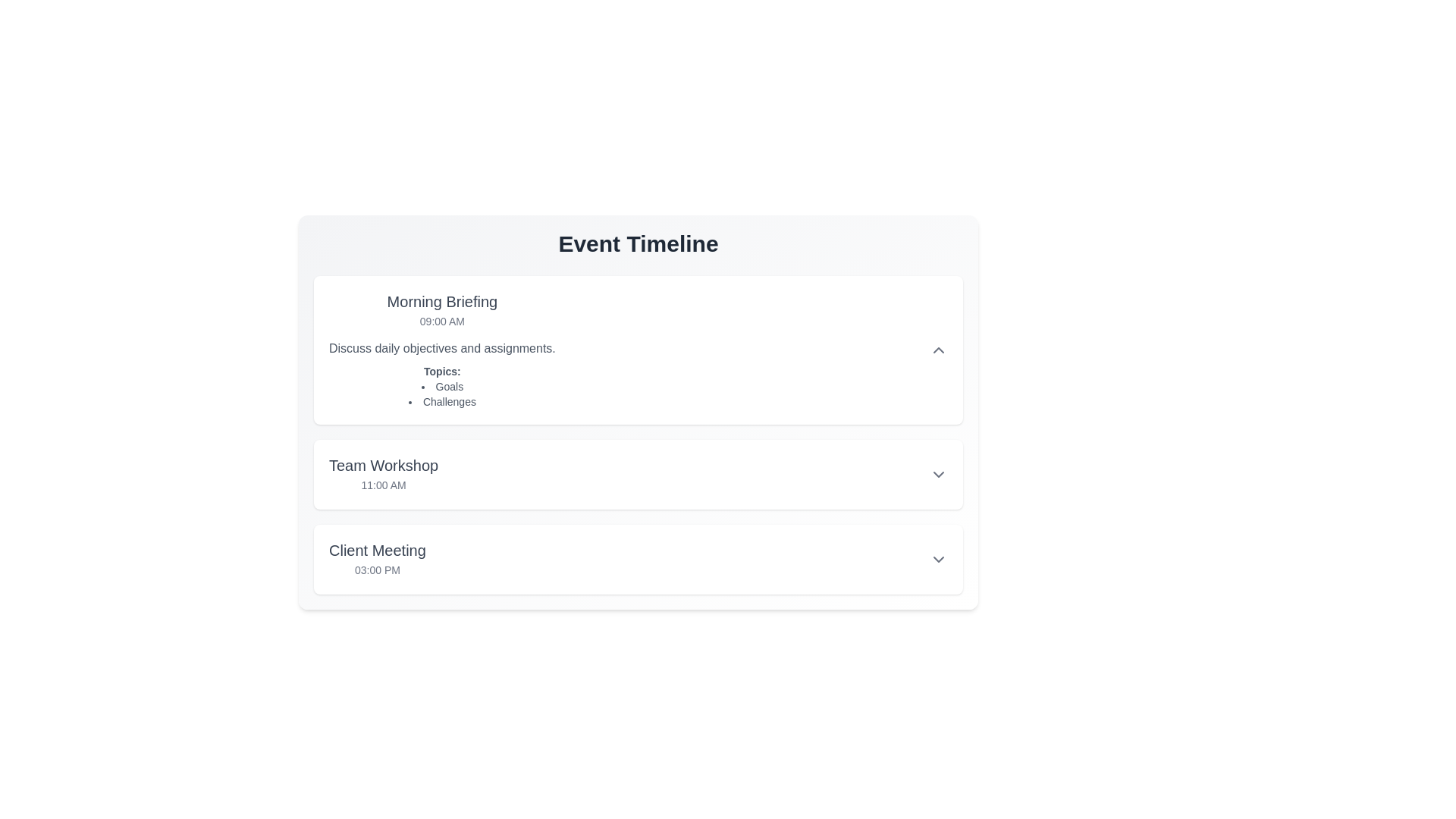 The width and height of the screenshot is (1456, 819). What do you see at coordinates (638, 243) in the screenshot?
I see `the 'Event Timeline' header, which is displayed in a large, bold font at the top of its section, centered horizontally in dark gray against a lighter background` at bounding box center [638, 243].